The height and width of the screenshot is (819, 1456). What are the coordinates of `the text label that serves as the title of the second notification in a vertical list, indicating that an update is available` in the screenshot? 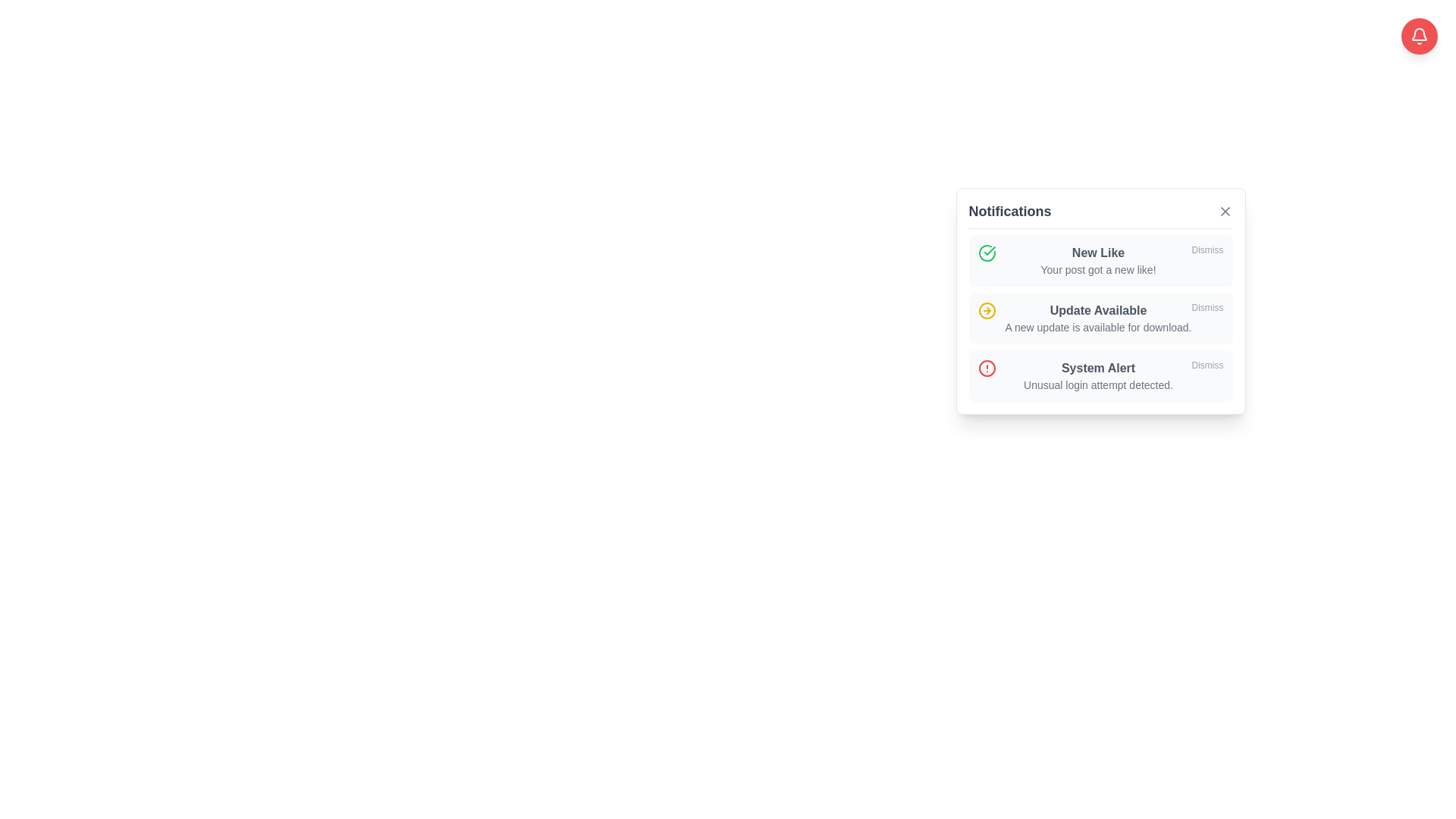 It's located at (1098, 309).